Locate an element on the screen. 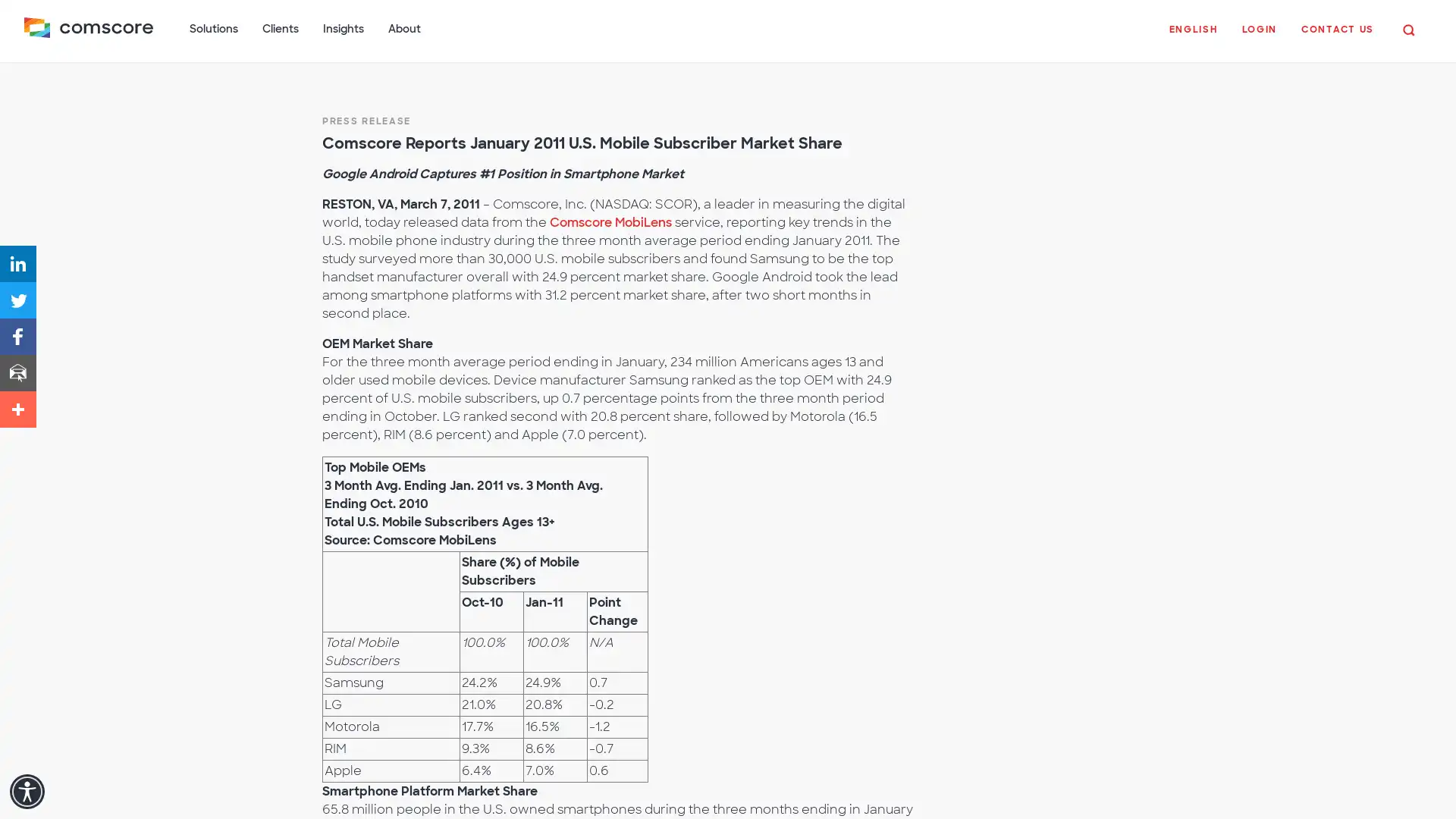  ENGLISH is located at coordinates (1192, 36).